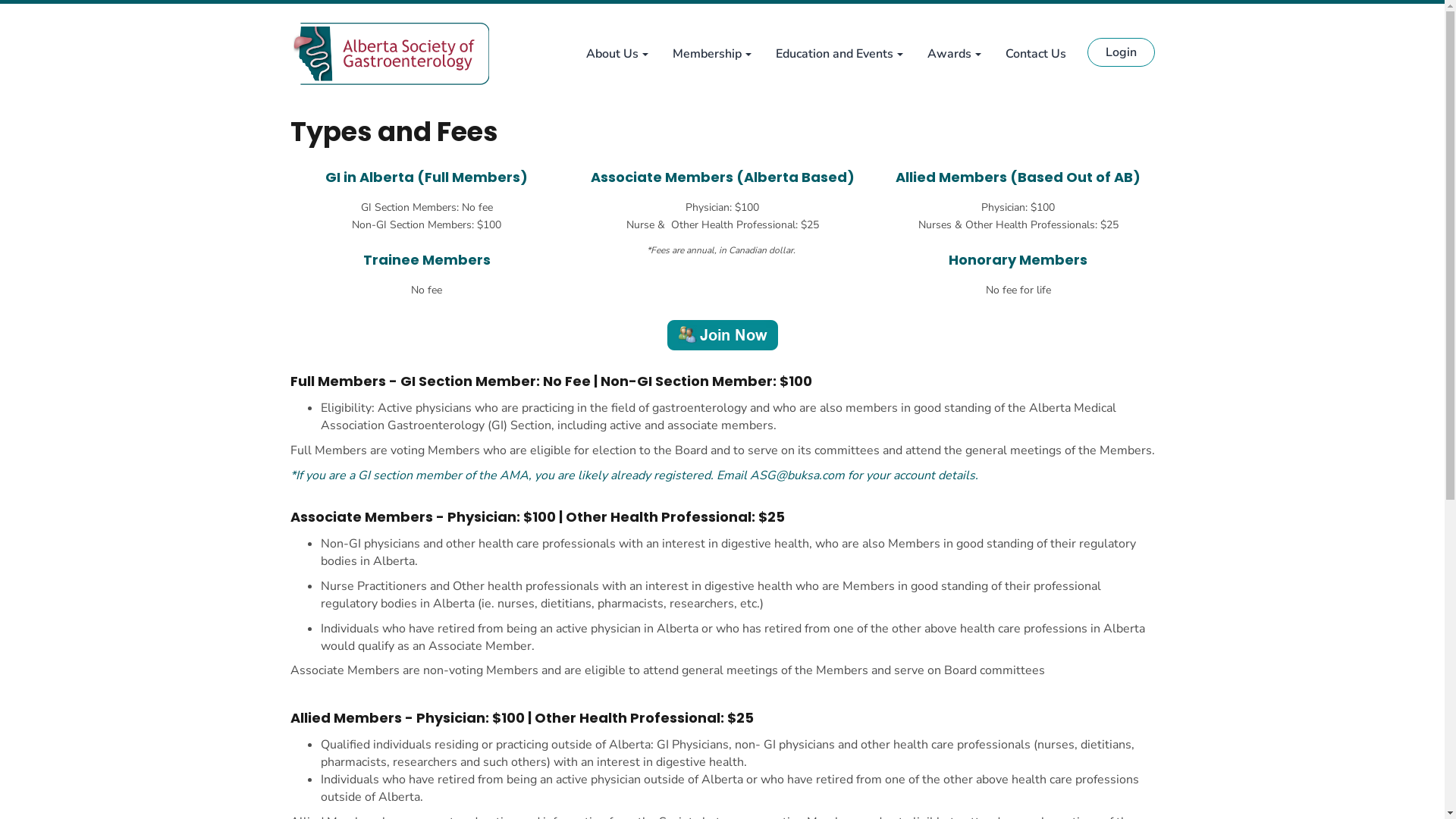 This screenshot has height=819, width=1456. What do you see at coordinates (952, 52) in the screenshot?
I see `'Awards'` at bounding box center [952, 52].